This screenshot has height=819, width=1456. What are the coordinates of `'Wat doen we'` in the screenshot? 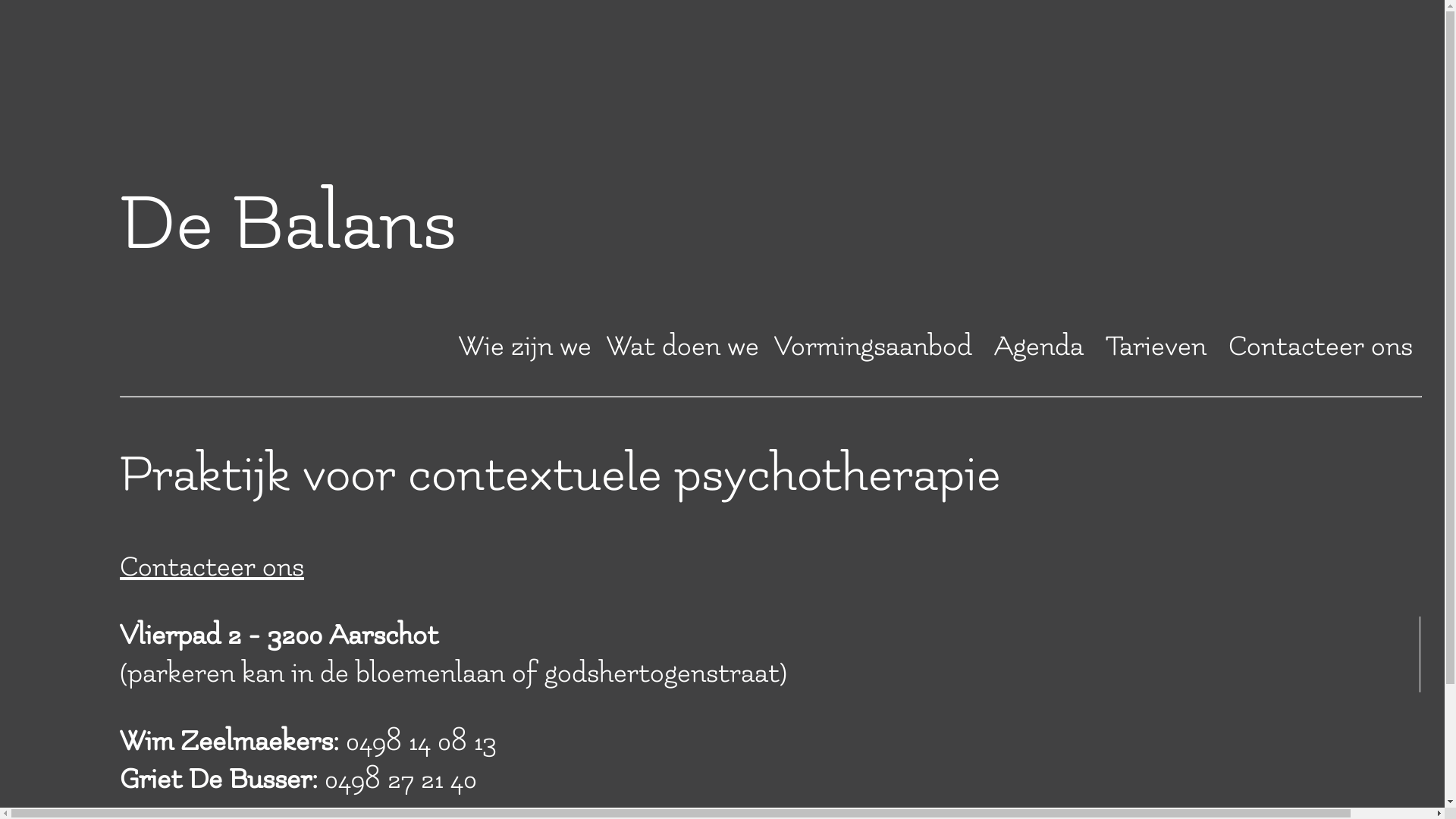 It's located at (607, 346).